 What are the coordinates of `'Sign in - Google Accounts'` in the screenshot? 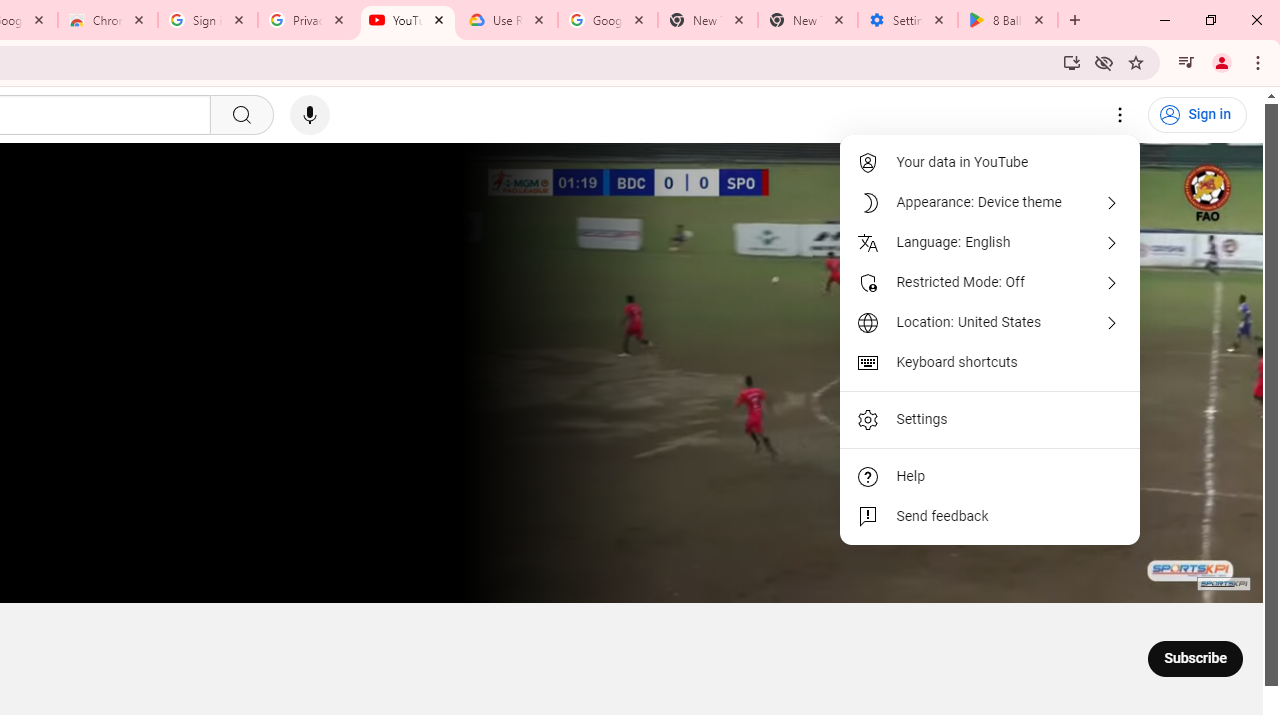 It's located at (208, 20).